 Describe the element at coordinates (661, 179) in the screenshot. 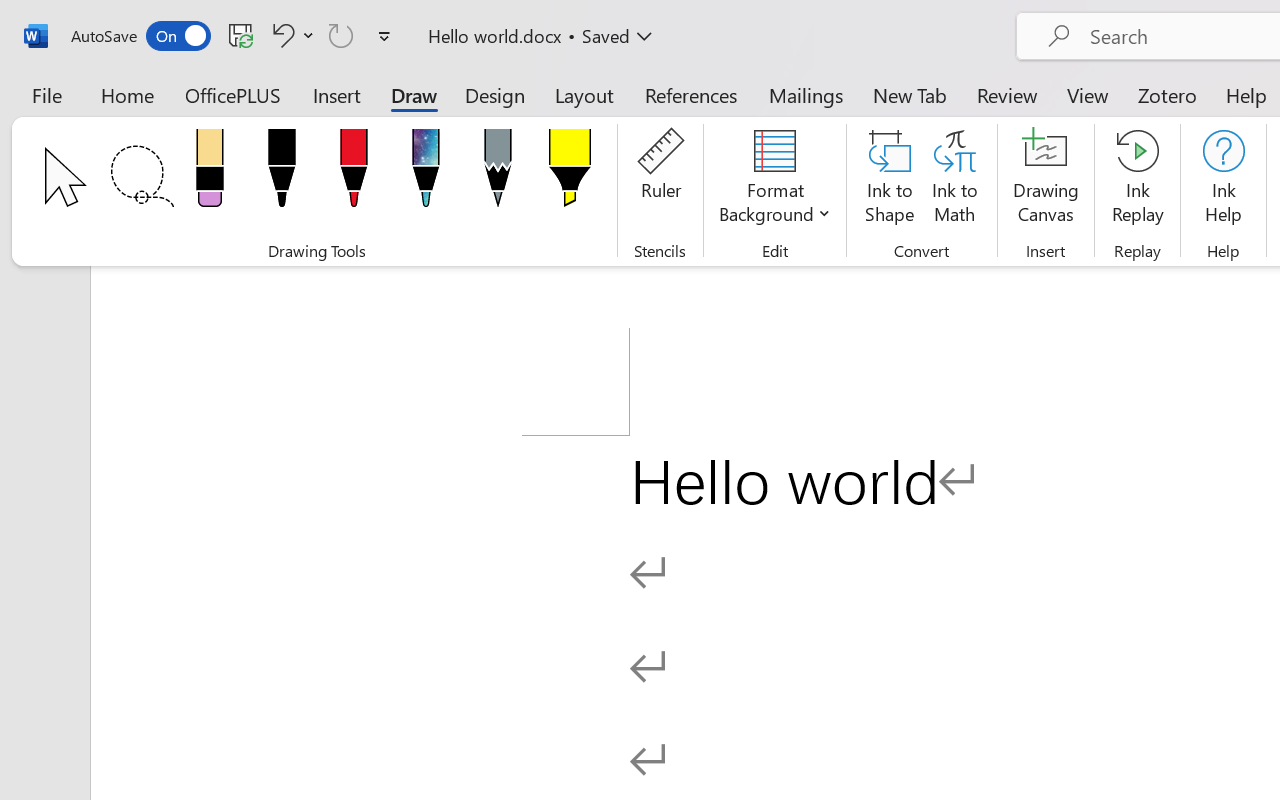

I see `'Ruler'` at that location.